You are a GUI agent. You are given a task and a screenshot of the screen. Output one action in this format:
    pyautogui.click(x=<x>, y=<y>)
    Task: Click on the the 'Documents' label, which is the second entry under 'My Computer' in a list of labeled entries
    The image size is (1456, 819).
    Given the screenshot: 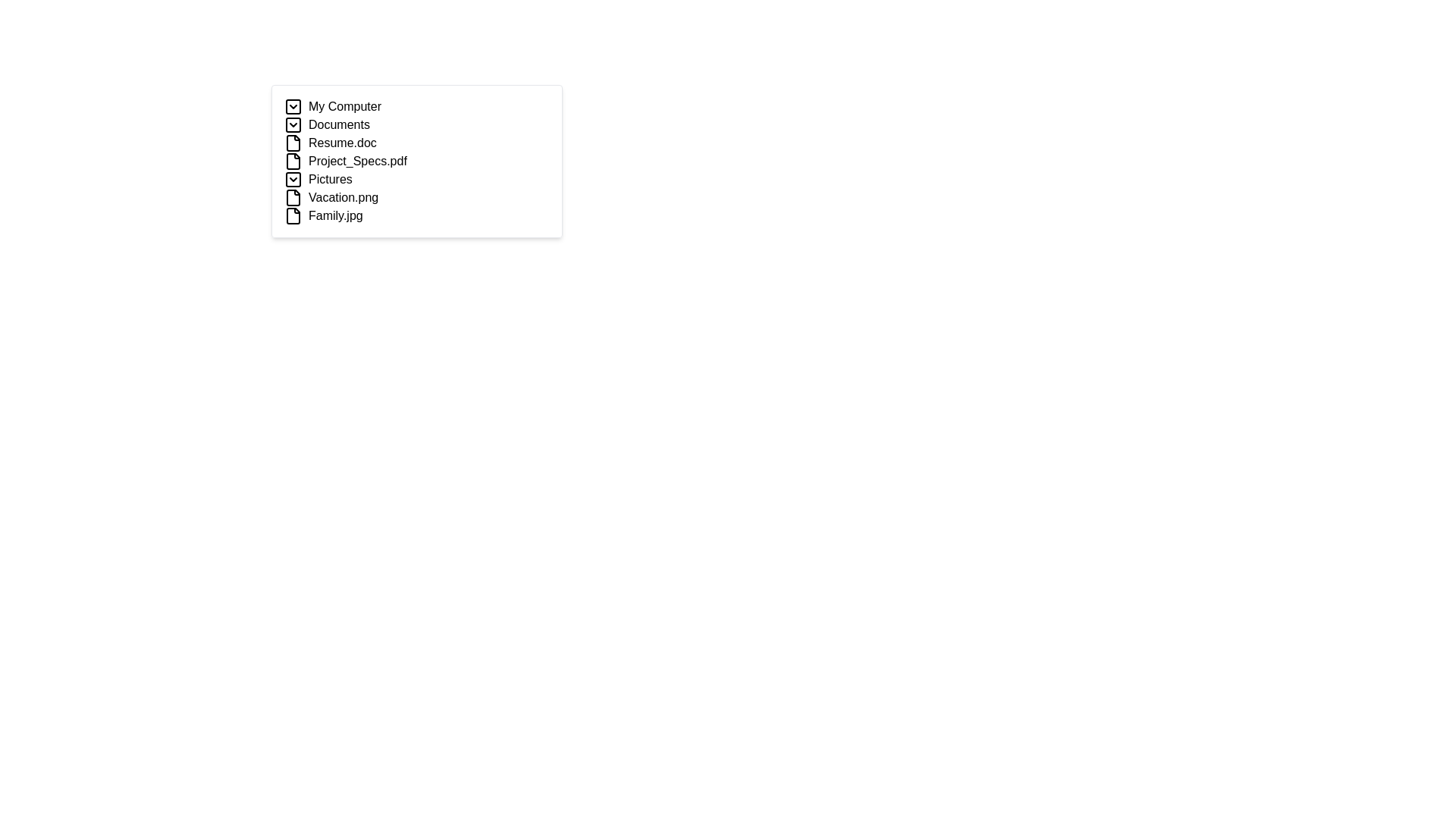 What is the action you would take?
    pyautogui.click(x=338, y=124)
    